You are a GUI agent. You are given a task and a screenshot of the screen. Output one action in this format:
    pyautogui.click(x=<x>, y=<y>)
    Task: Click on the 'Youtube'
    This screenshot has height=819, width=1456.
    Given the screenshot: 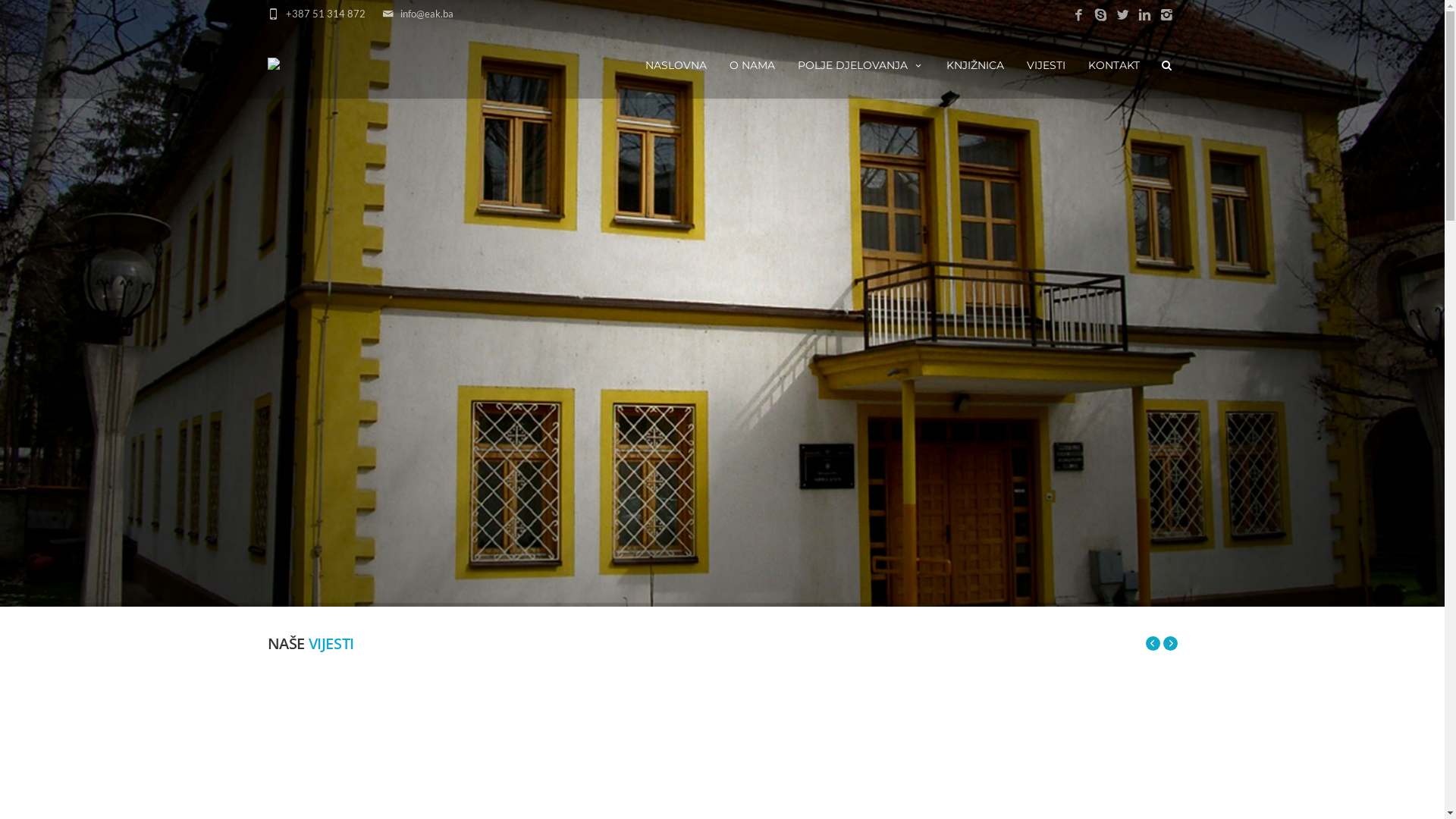 What is the action you would take?
    pyautogui.click(x=1157, y=791)
    